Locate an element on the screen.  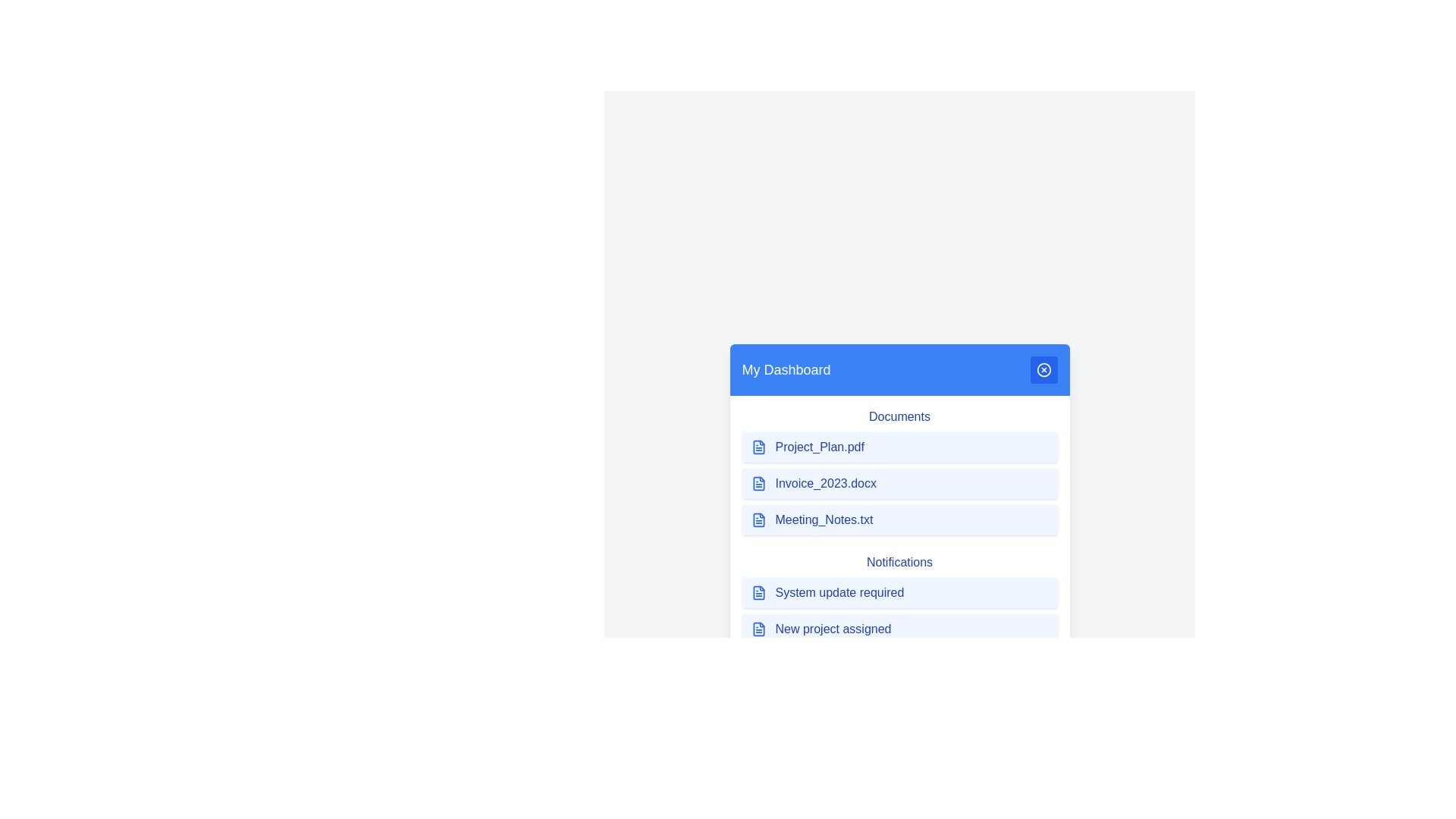
the toggle button in the menu header to toggle its open/close state is located at coordinates (1043, 370).